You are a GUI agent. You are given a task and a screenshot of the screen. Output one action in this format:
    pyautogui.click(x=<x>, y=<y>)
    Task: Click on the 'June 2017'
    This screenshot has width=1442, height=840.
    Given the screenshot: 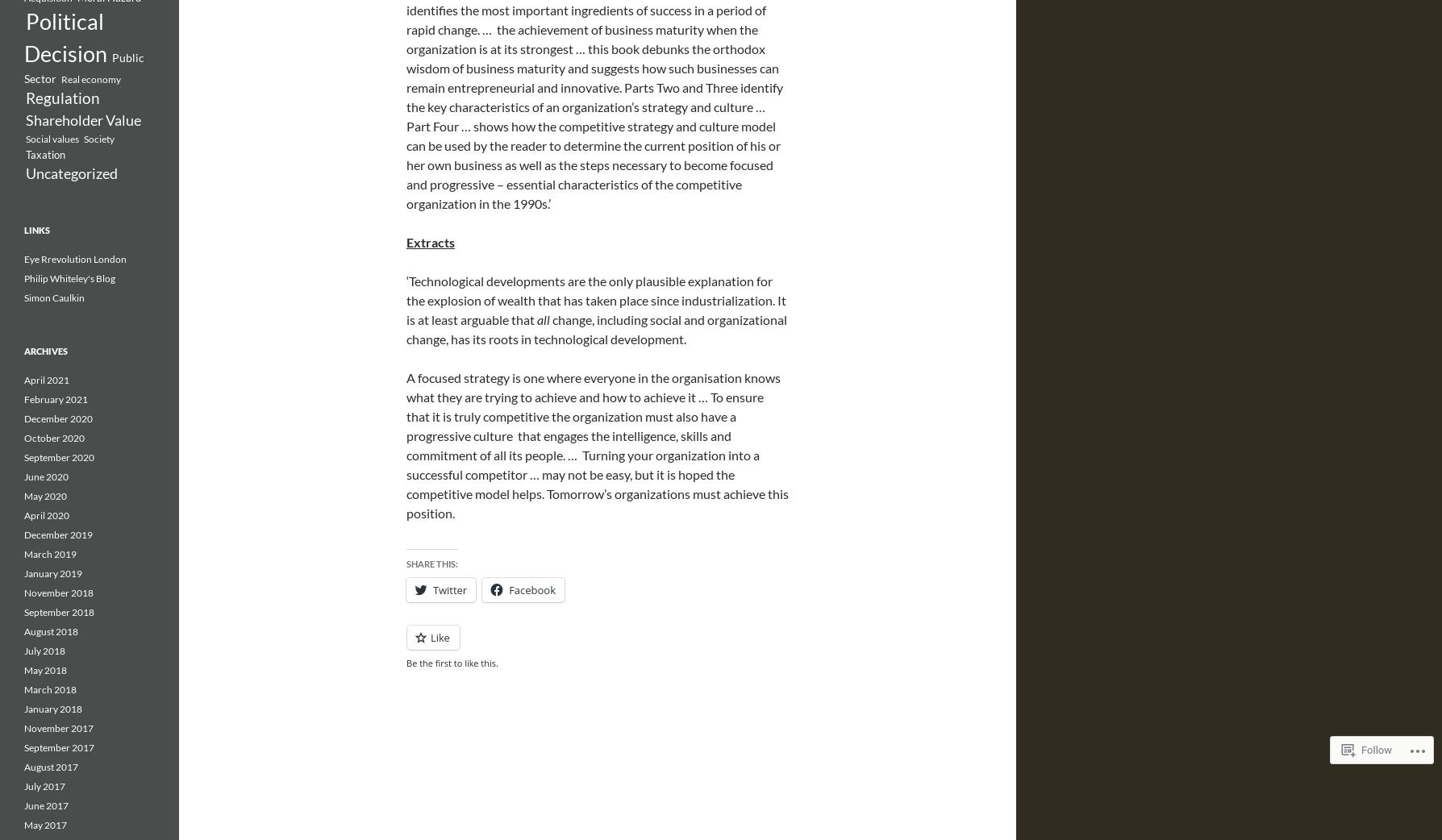 What is the action you would take?
    pyautogui.click(x=46, y=805)
    